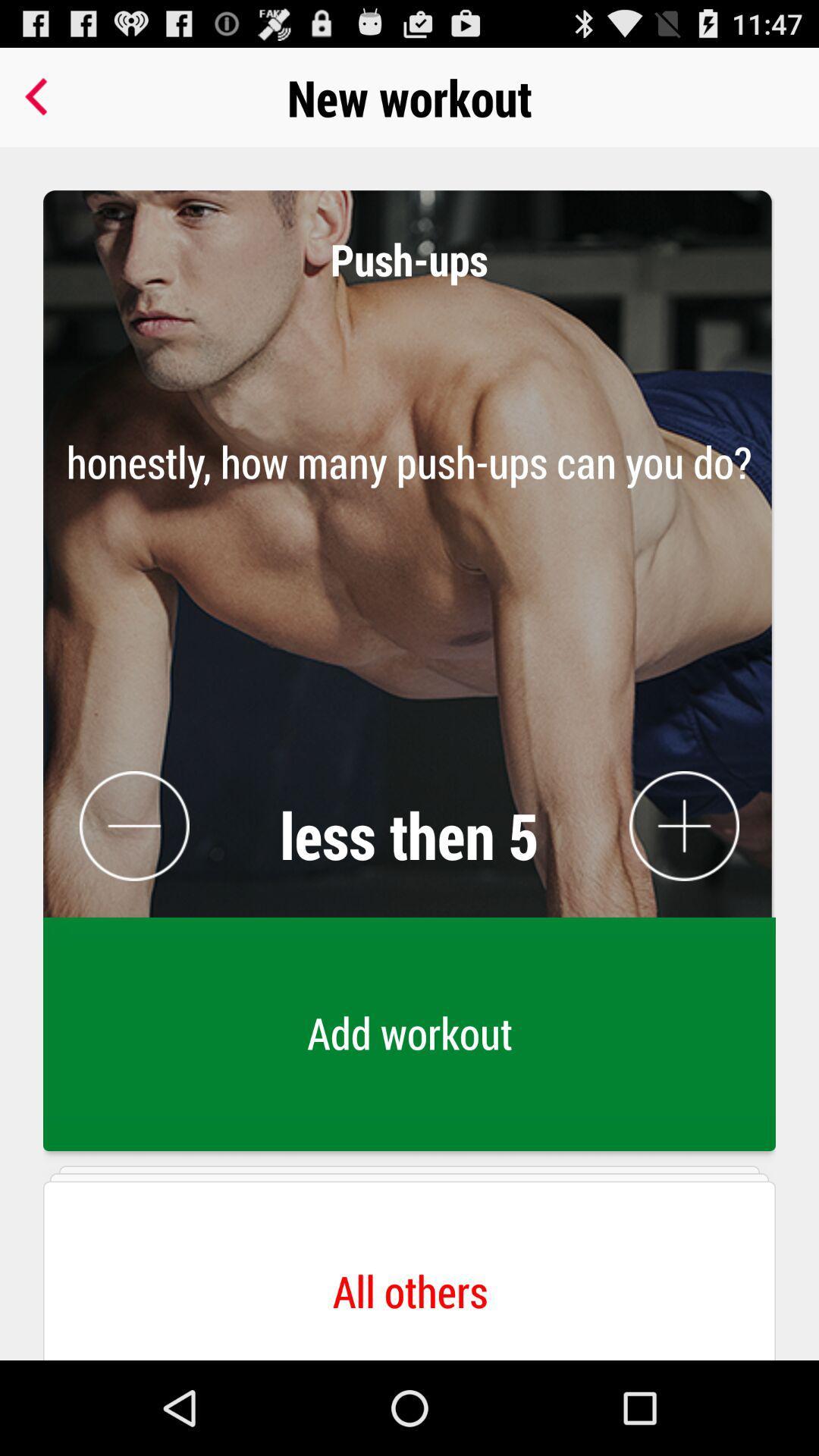 The height and width of the screenshot is (1456, 819). Describe the element at coordinates (409, 1260) in the screenshot. I see `all others button` at that location.